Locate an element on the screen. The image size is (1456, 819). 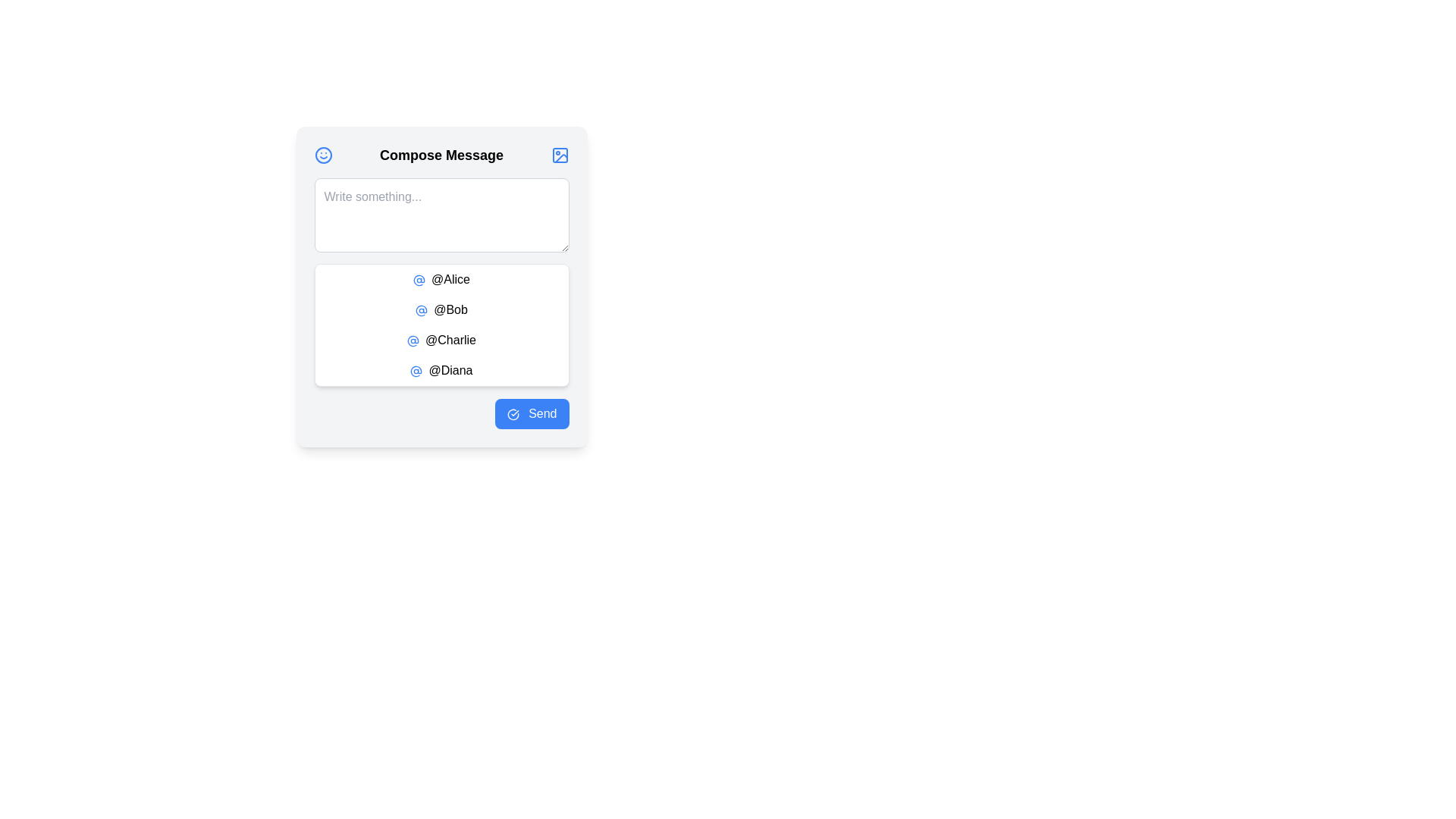
the blue smiley face icon located to the left of the 'Compose Message' title, which is the leftmost element in the header of the 'Compose Message' section is located at coordinates (322, 155).